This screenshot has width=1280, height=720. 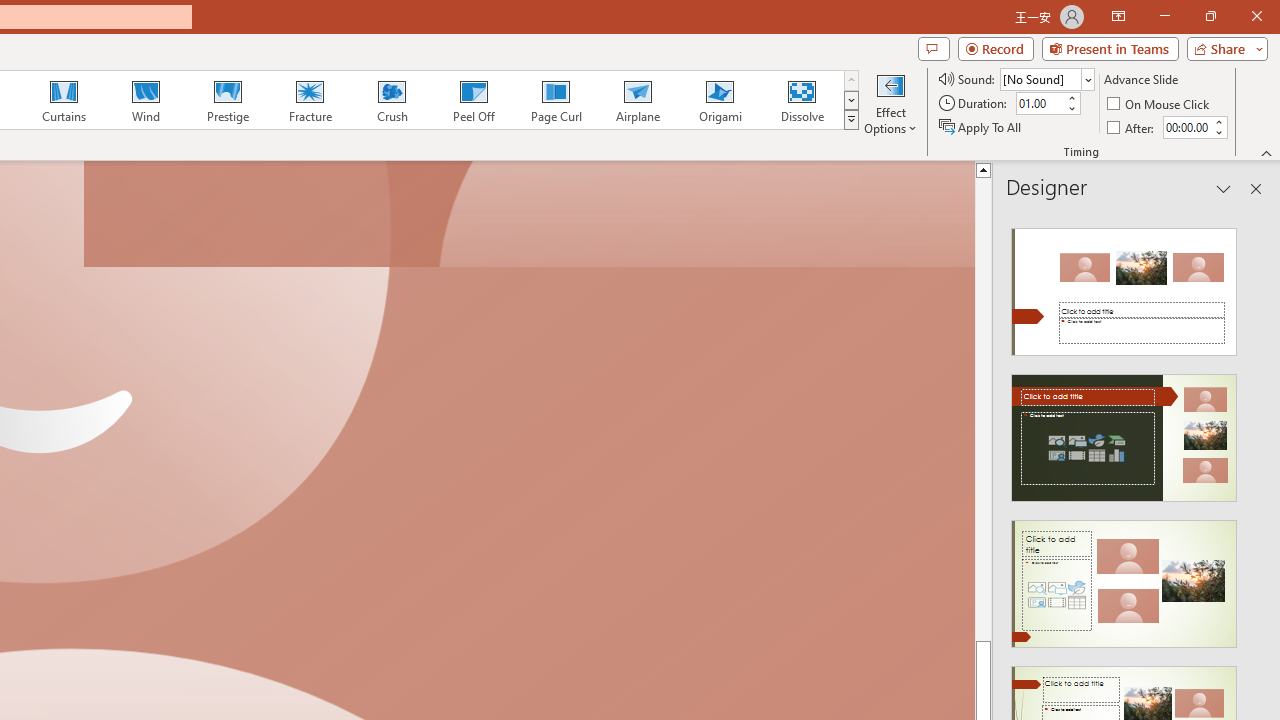 What do you see at coordinates (720, 100) in the screenshot?
I see `'Origami'` at bounding box center [720, 100].